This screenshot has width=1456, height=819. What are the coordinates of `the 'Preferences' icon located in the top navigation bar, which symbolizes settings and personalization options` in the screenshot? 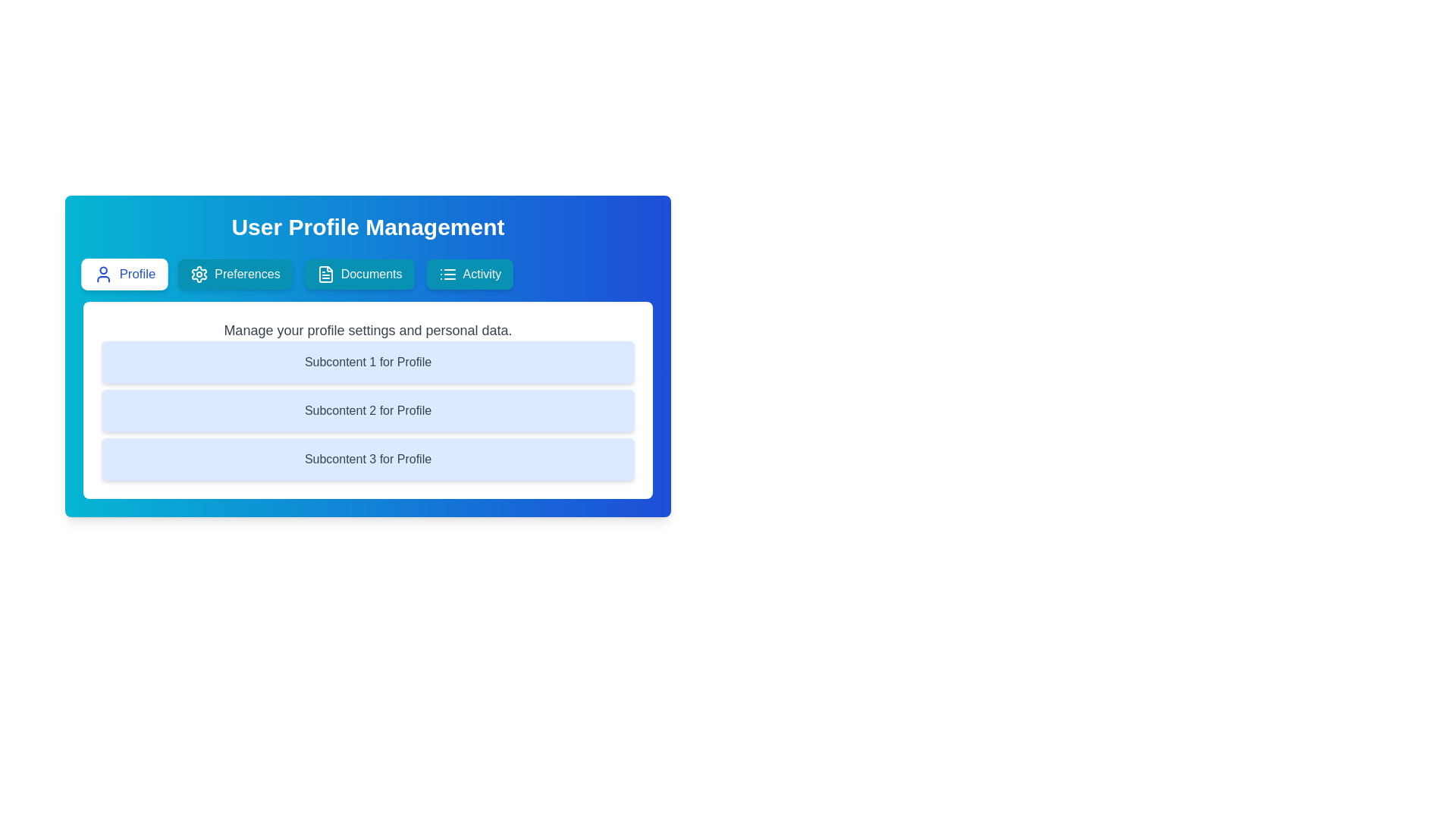 It's located at (199, 275).